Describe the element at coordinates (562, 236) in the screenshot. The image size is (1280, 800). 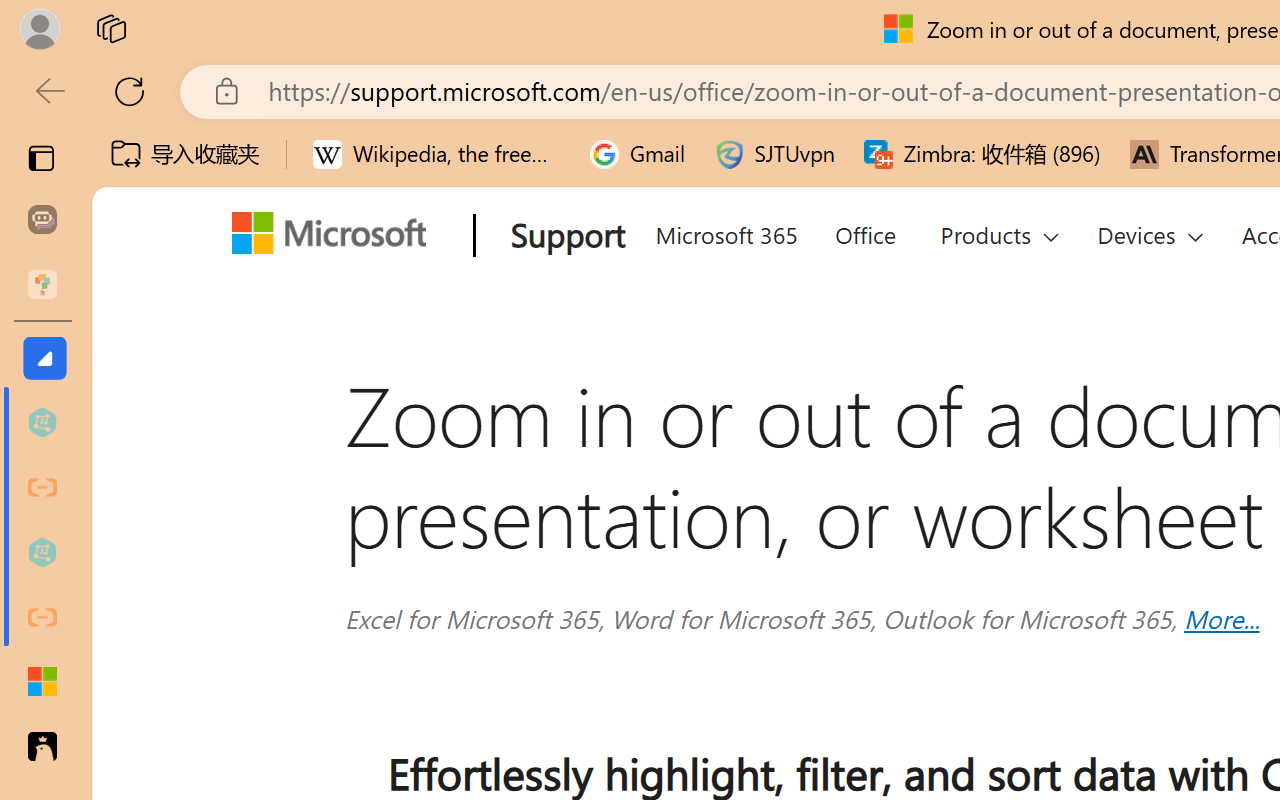
I see `'Support'` at that location.